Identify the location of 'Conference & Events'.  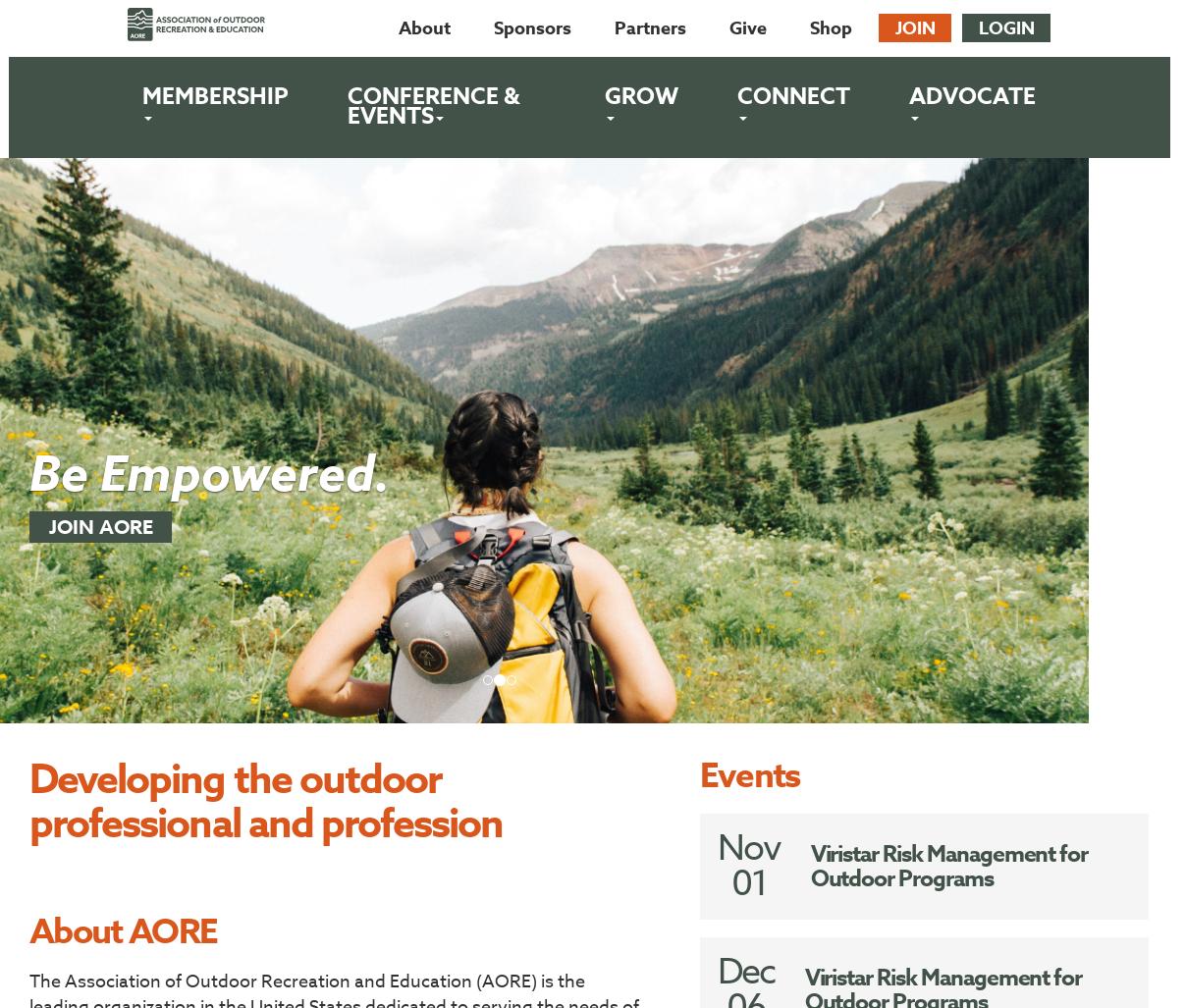
(432, 105).